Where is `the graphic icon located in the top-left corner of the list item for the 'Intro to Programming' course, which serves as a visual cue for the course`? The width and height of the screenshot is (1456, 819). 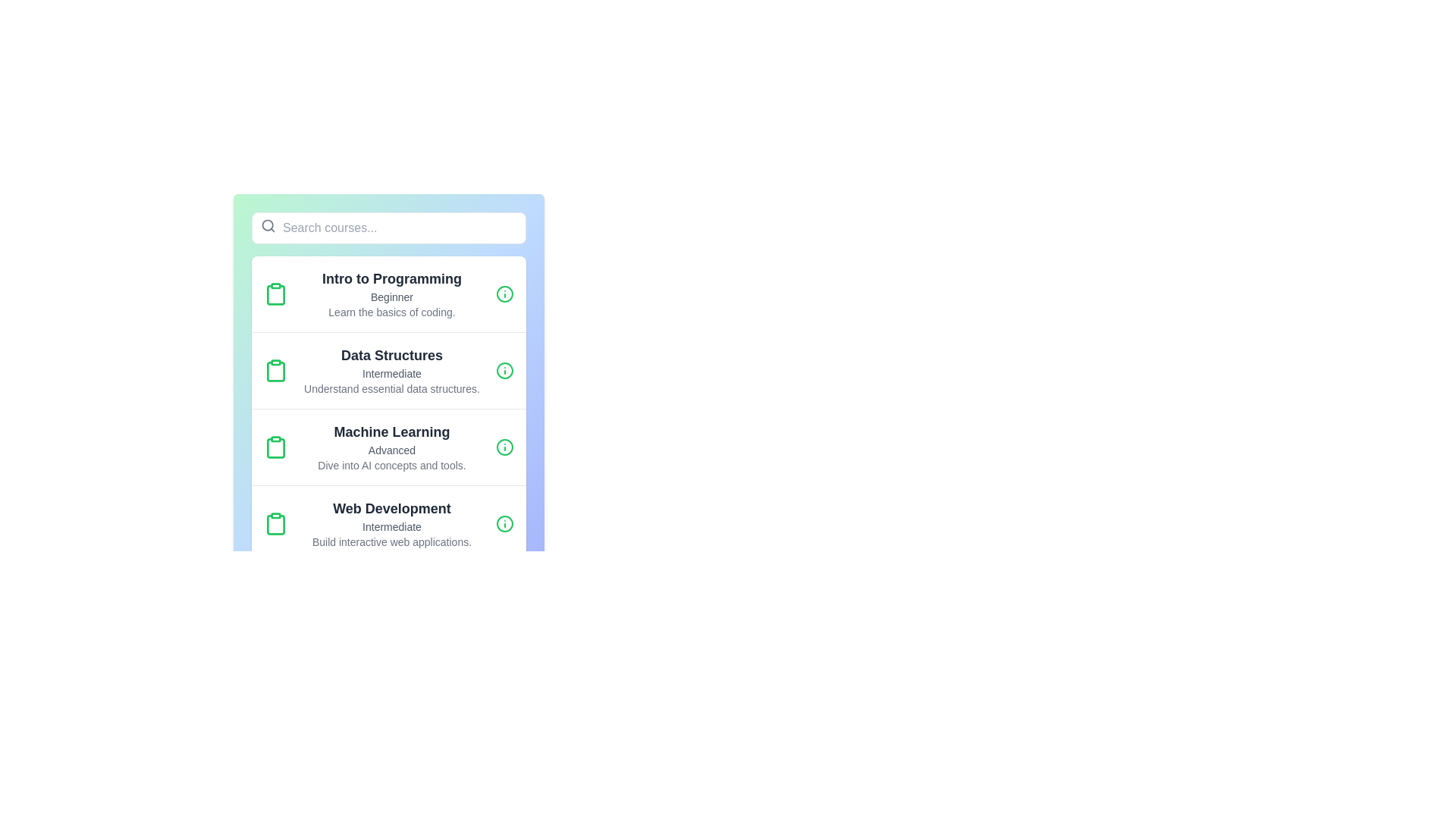 the graphic icon located in the top-left corner of the list item for the 'Intro to Programming' course, which serves as a visual cue for the course is located at coordinates (276, 294).